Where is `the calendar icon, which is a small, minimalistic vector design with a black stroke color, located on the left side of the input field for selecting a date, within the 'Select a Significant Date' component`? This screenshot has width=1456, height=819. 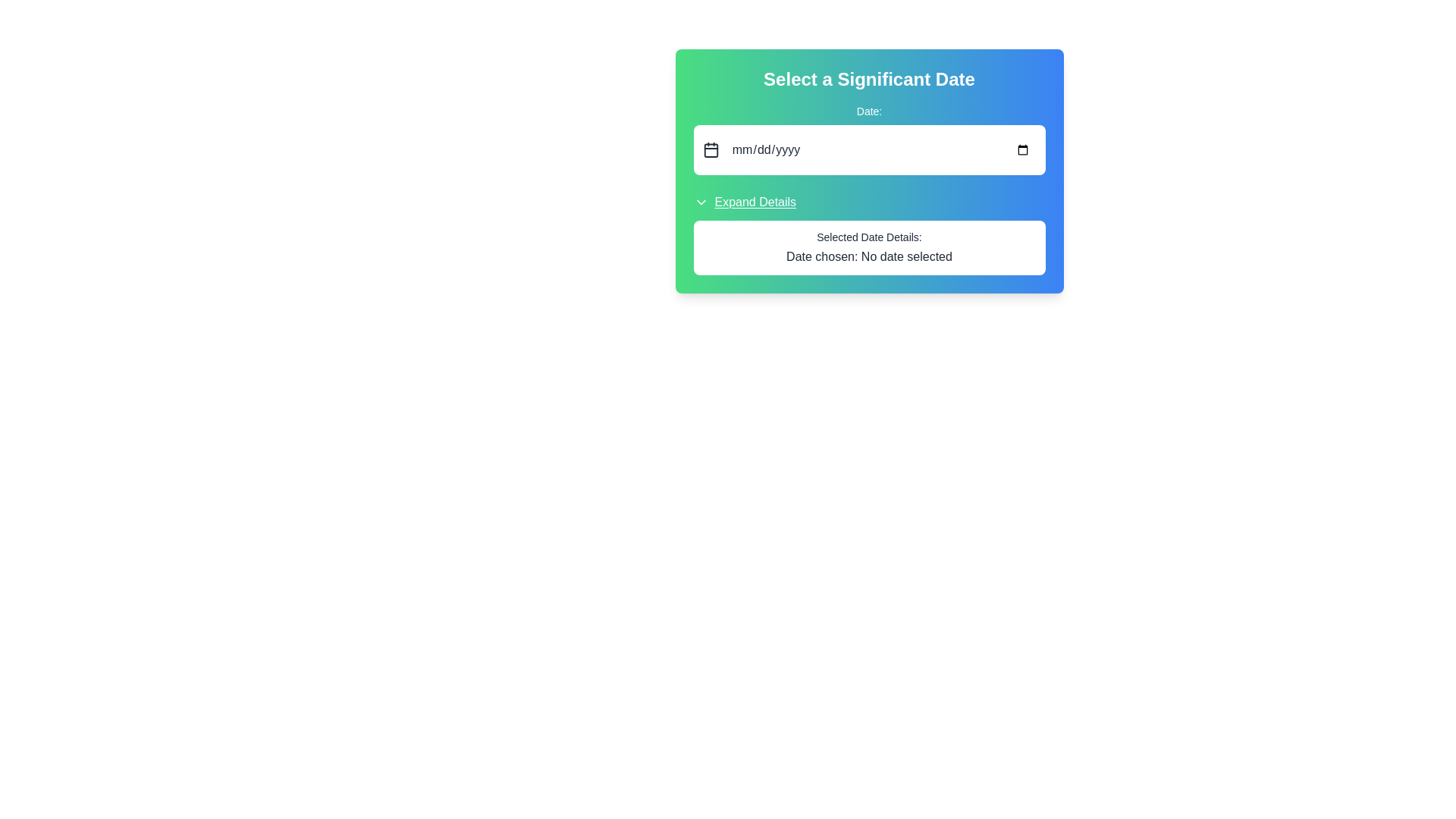
the calendar icon, which is a small, minimalistic vector design with a black stroke color, located on the left side of the input field for selecting a date, within the 'Select a Significant Date' component is located at coordinates (710, 149).